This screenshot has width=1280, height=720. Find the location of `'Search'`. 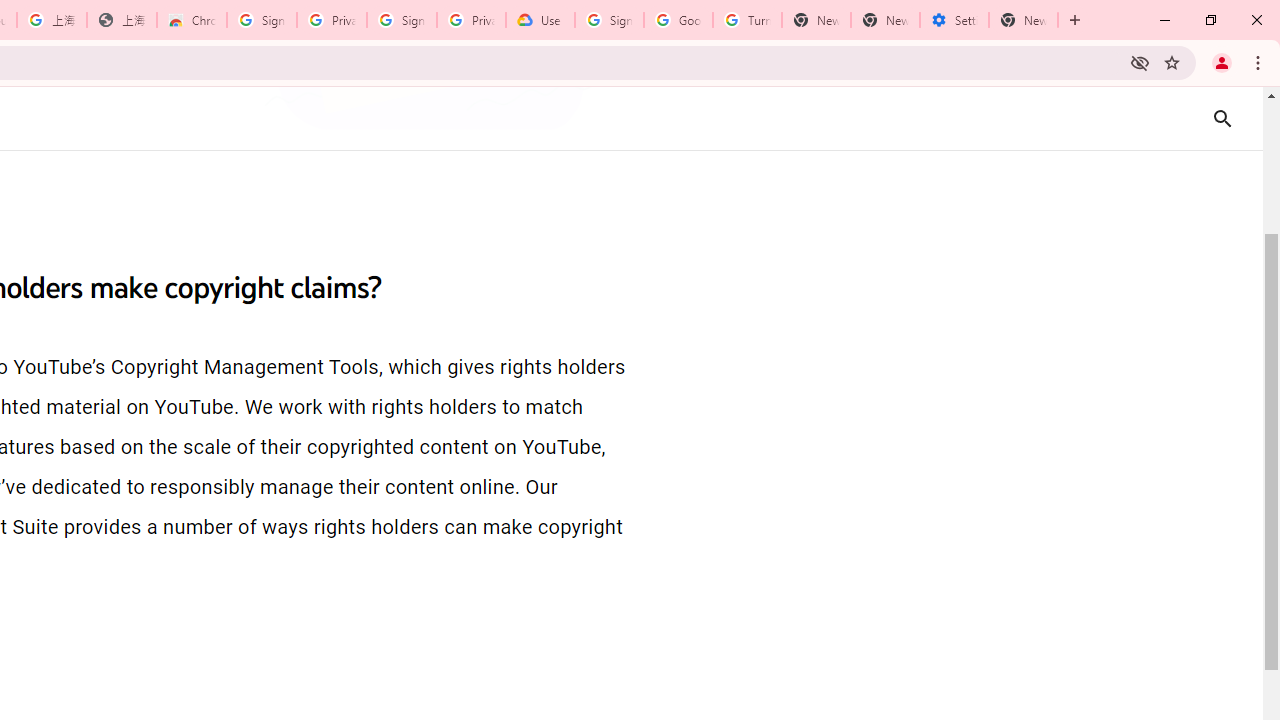

'Search' is located at coordinates (1247, 118).